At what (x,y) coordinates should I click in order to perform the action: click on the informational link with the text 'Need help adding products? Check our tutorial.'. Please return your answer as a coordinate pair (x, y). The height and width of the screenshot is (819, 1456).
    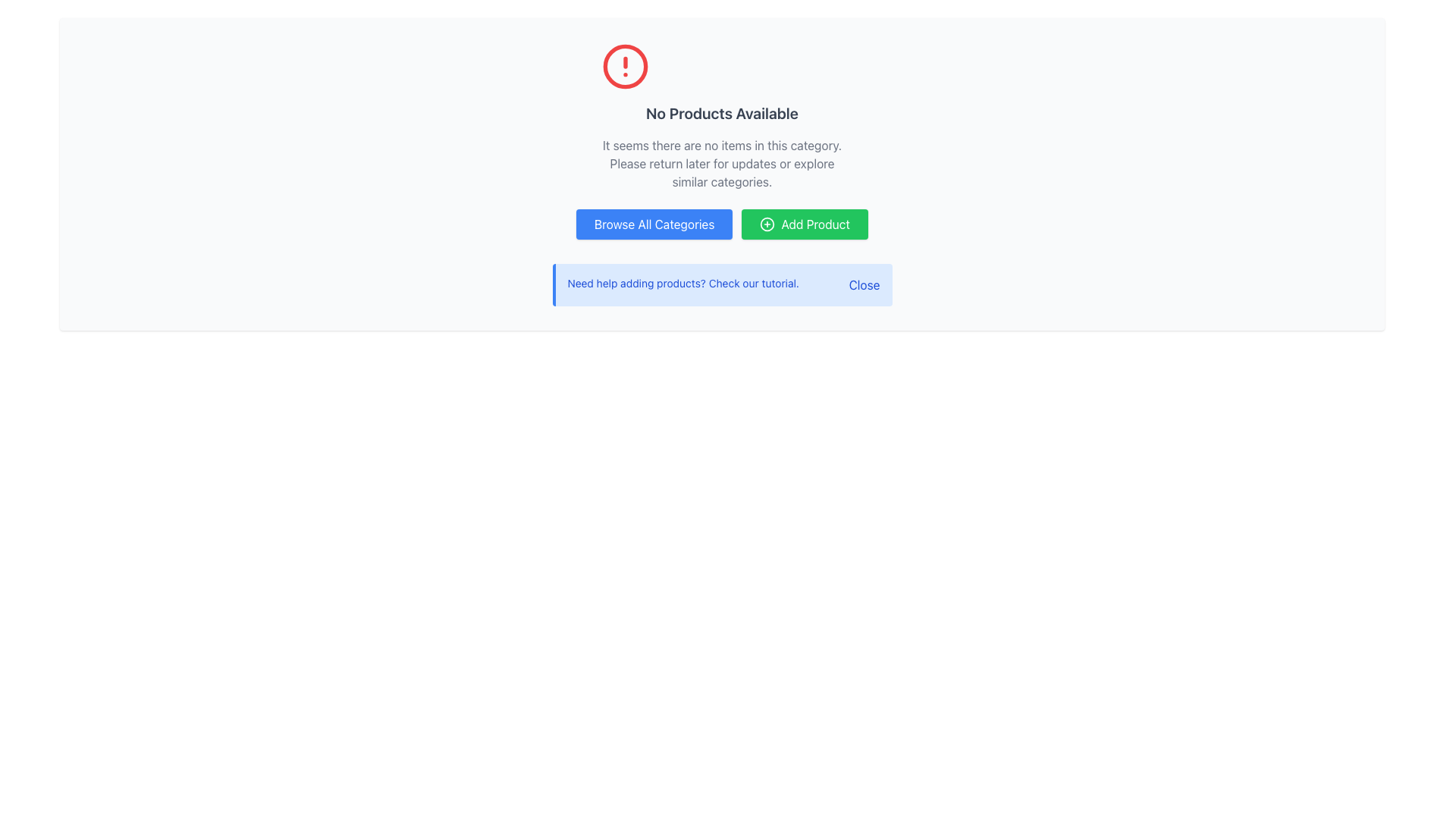
    Looking at the image, I should click on (682, 284).